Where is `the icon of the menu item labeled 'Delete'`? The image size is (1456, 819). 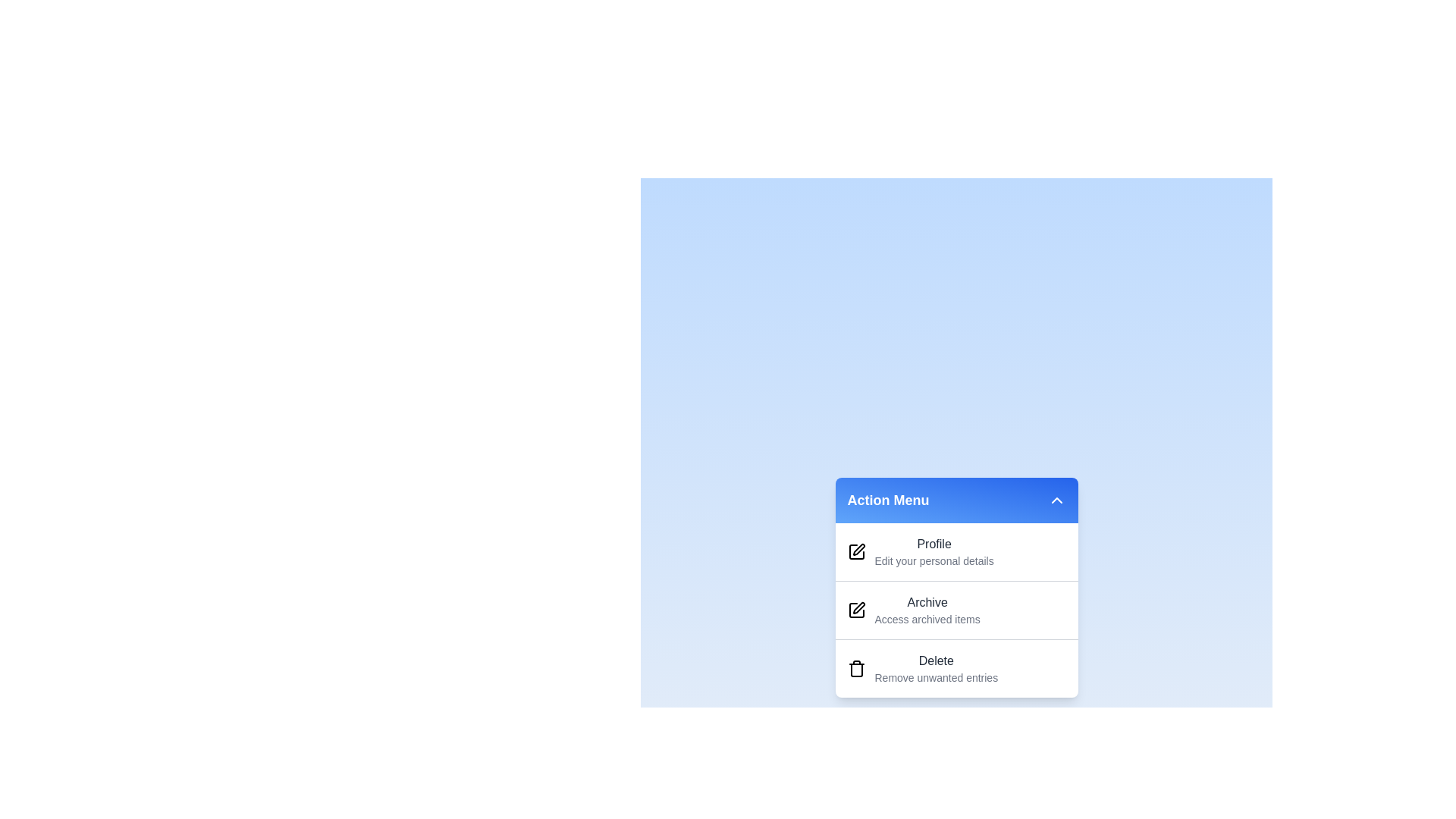 the icon of the menu item labeled 'Delete' is located at coordinates (856, 668).